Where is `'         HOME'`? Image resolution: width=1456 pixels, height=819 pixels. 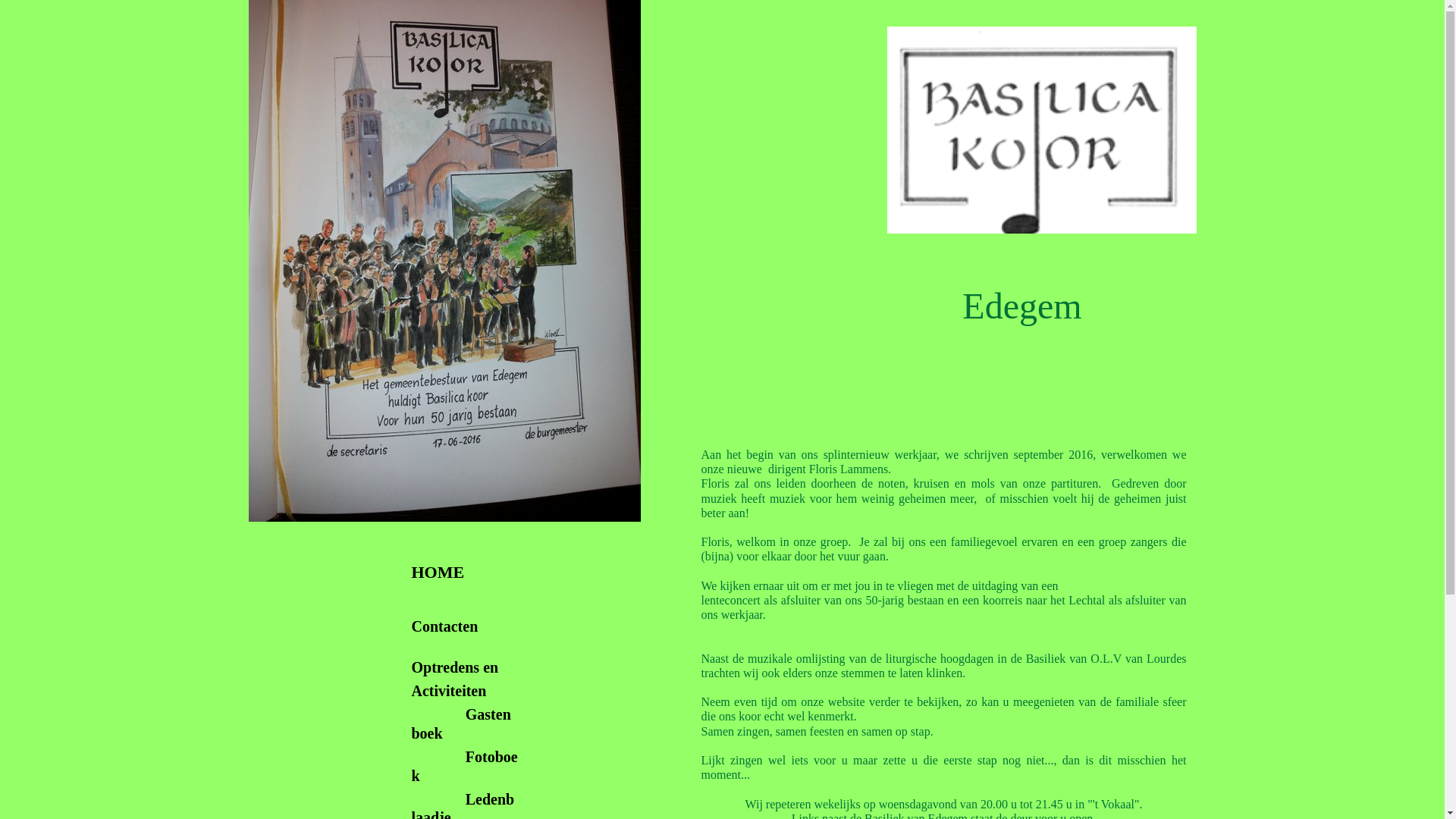 '         HOME' is located at coordinates (411, 564).